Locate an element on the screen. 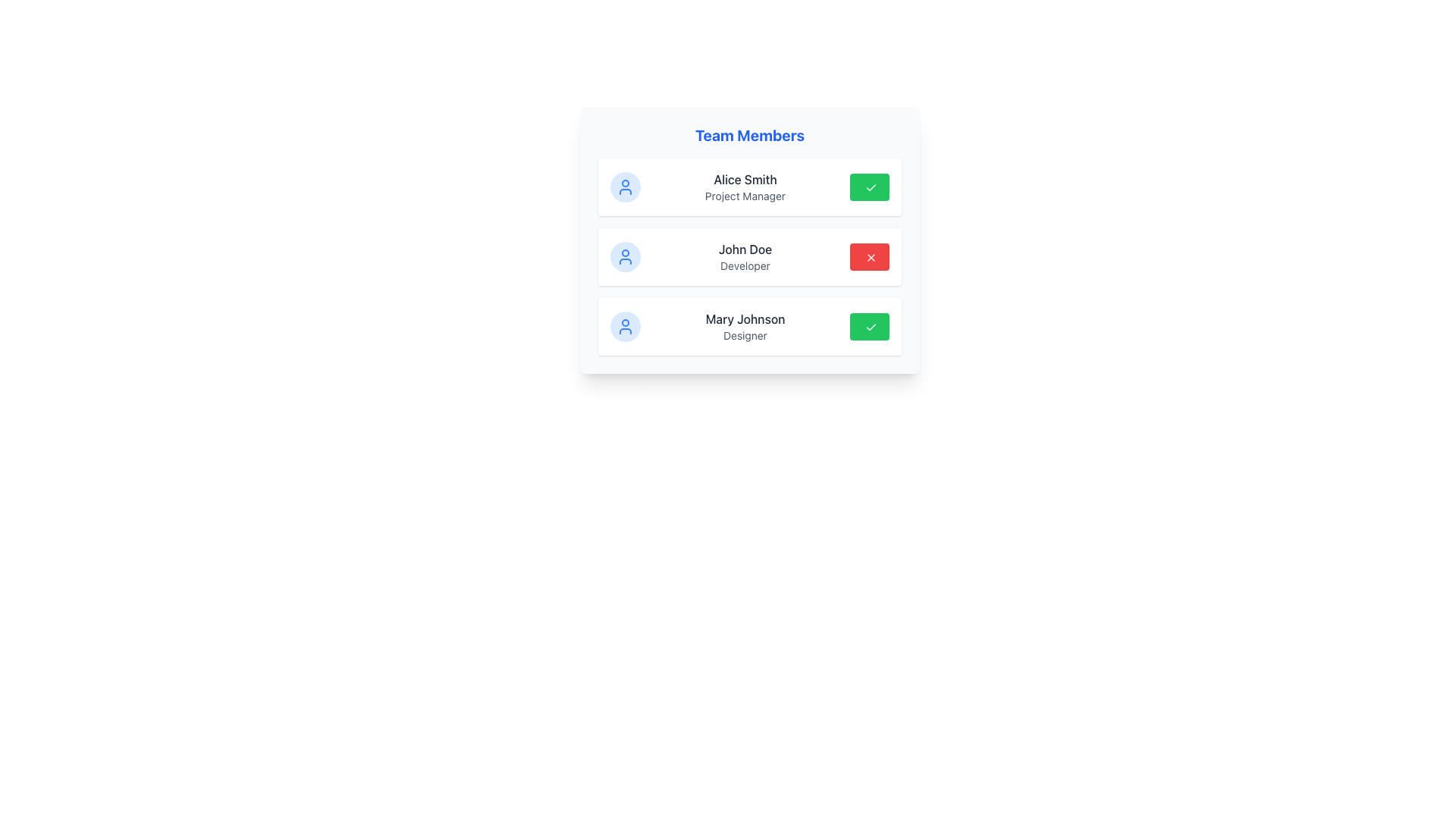 The height and width of the screenshot is (819, 1456). the Text label displaying the name of the individual represented by the card, which is located at the top of the first card under the 'Team Members' heading, aligned horizontally with a circular icon and an action button is located at coordinates (745, 178).